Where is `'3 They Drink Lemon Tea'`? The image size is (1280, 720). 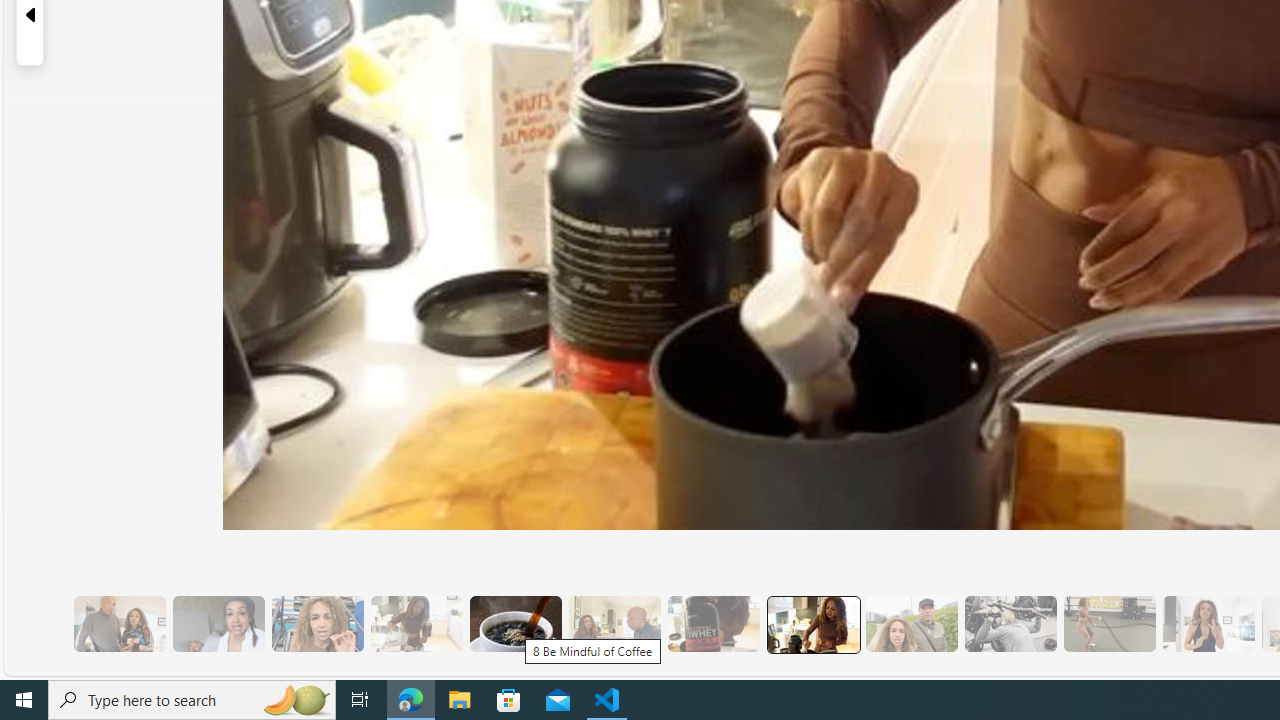 '3 They Drink Lemon Tea' is located at coordinates (415, 623).